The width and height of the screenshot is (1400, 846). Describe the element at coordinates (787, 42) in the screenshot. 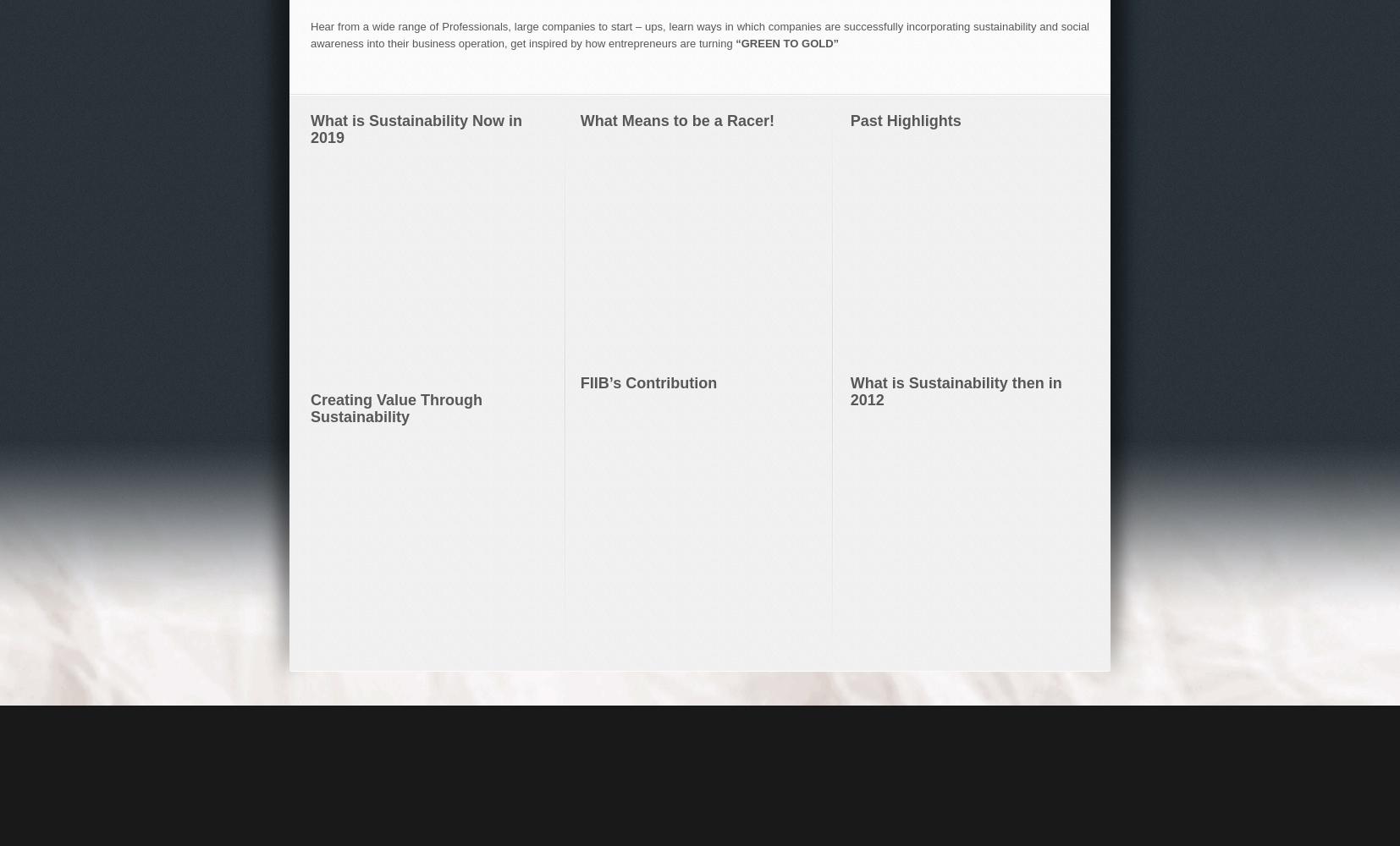

I see `'“GREEN TO GOLD”'` at that location.